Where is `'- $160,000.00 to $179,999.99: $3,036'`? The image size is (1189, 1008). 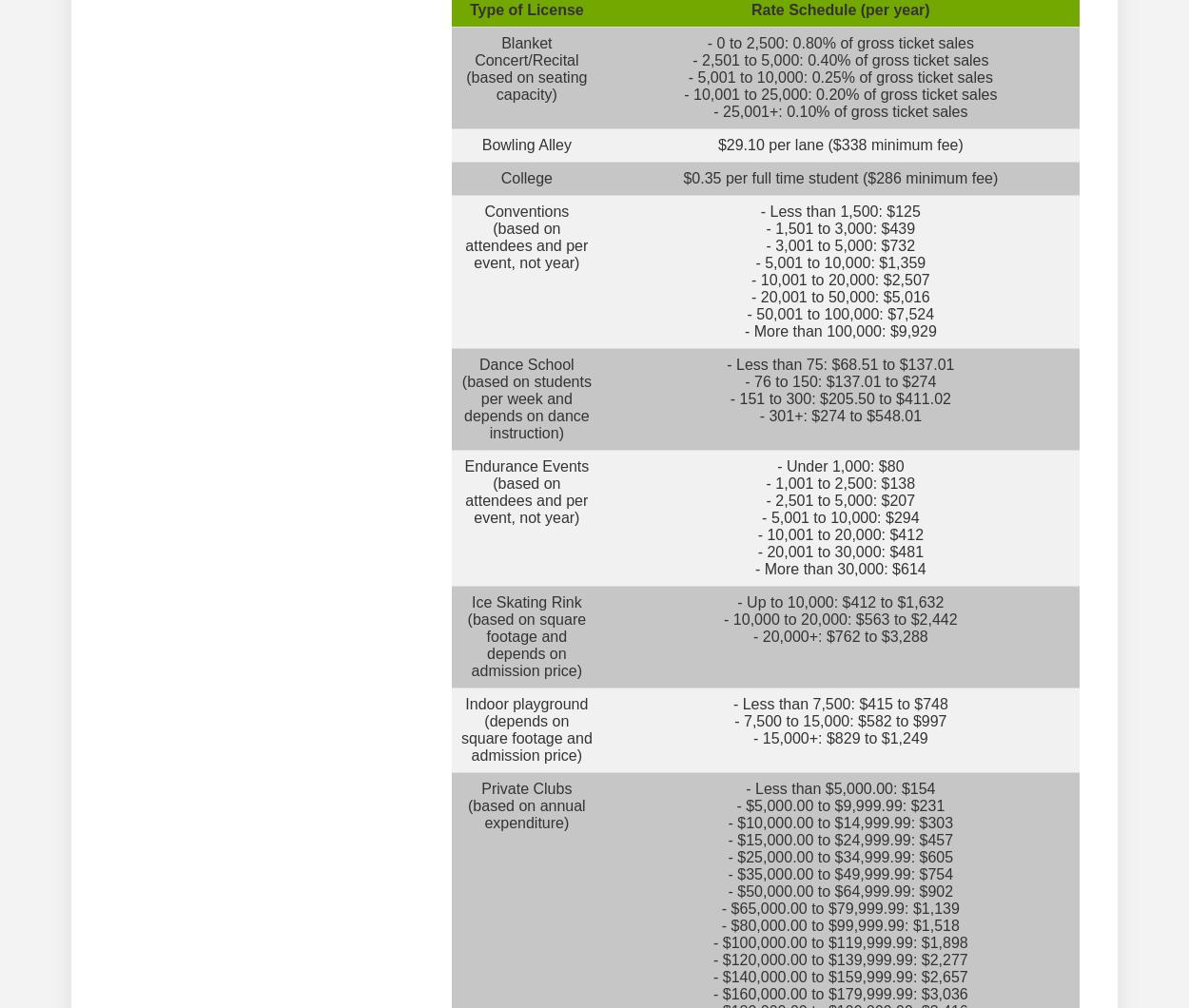 '- $160,000.00 to $179,999.99: $3,036' is located at coordinates (840, 993).